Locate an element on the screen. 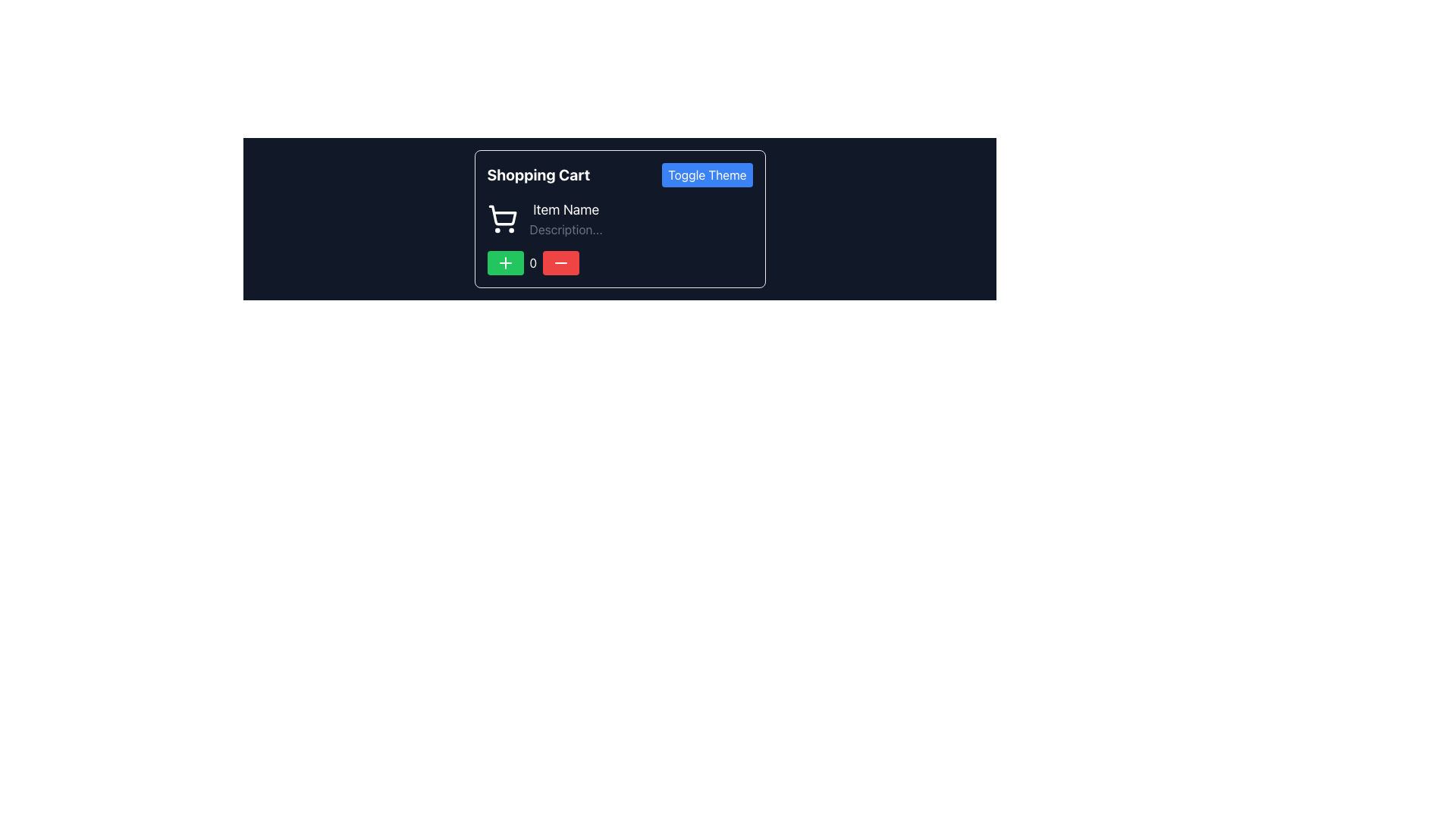 The image size is (1456, 819). the Text Label representing the name or title of an item listed in the shopping cart, located in the upper central area of the interface is located at coordinates (565, 210).